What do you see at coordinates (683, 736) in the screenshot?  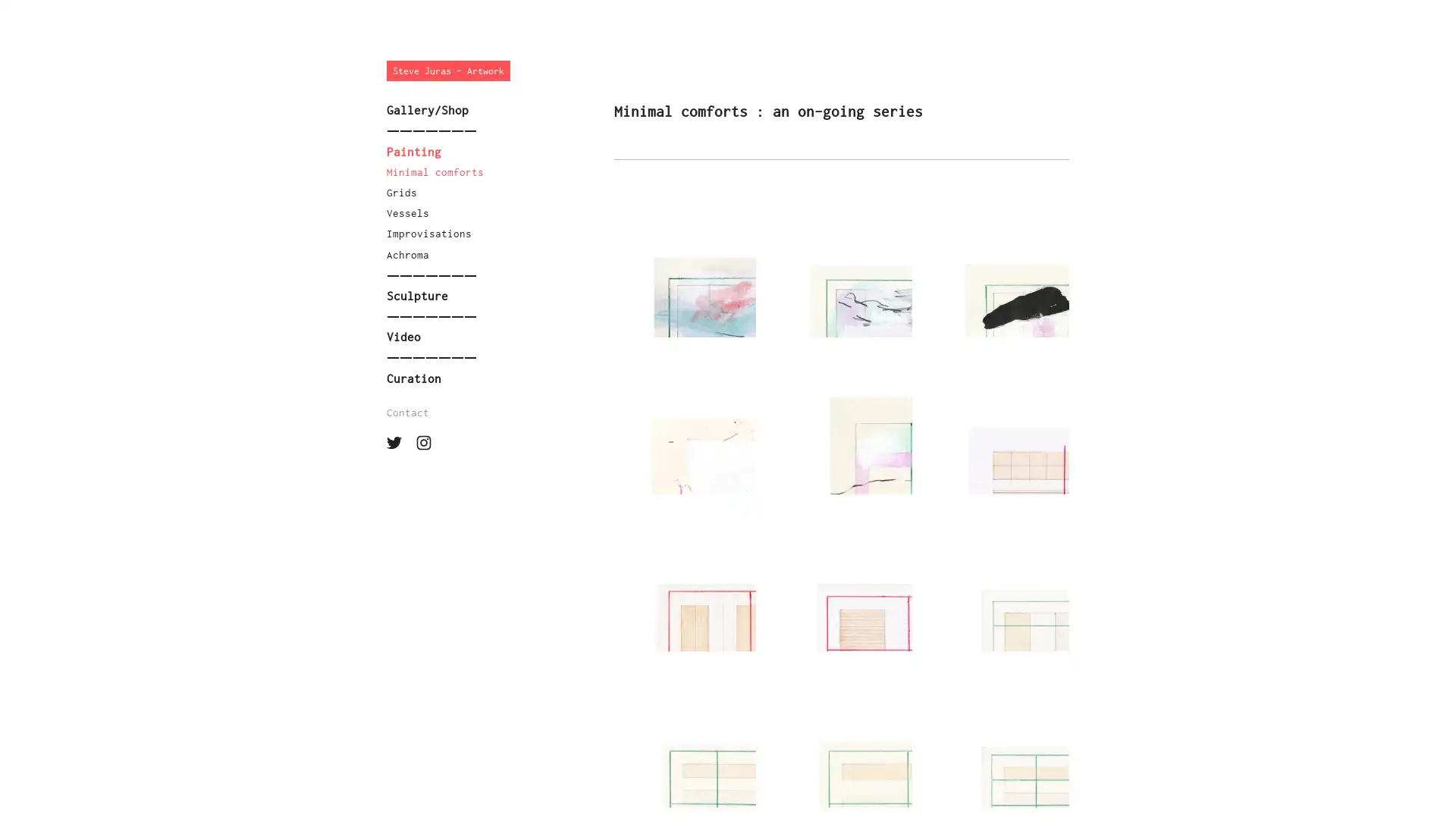 I see `View fullsize Kuss des Lebens` at bounding box center [683, 736].